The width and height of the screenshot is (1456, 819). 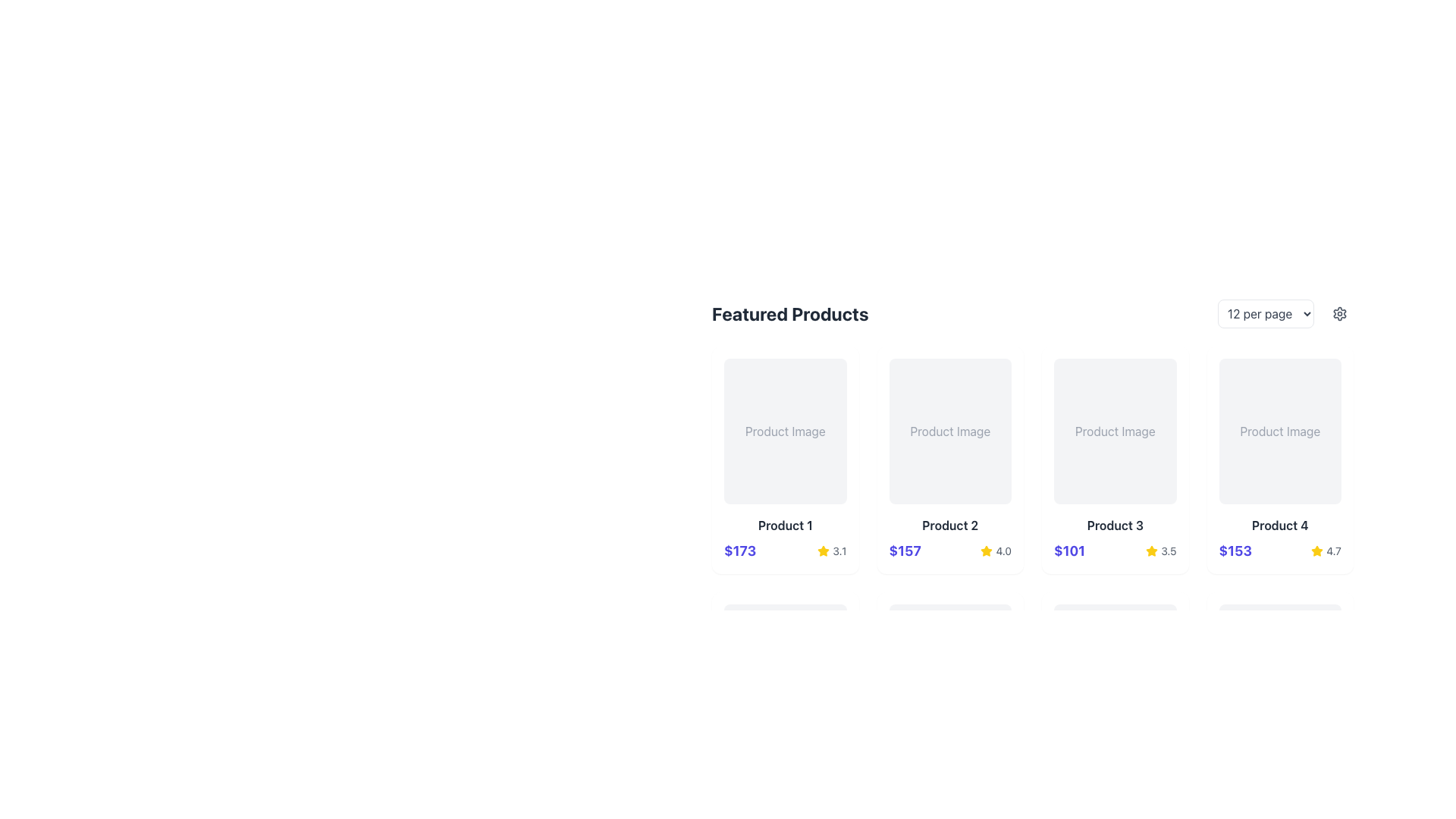 What do you see at coordinates (949, 525) in the screenshot?
I see `text label displaying 'Product 2' in bold, dark gray color, located below the image placeholder in the second card of the 'Featured Products' section` at bounding box center [949, 525].